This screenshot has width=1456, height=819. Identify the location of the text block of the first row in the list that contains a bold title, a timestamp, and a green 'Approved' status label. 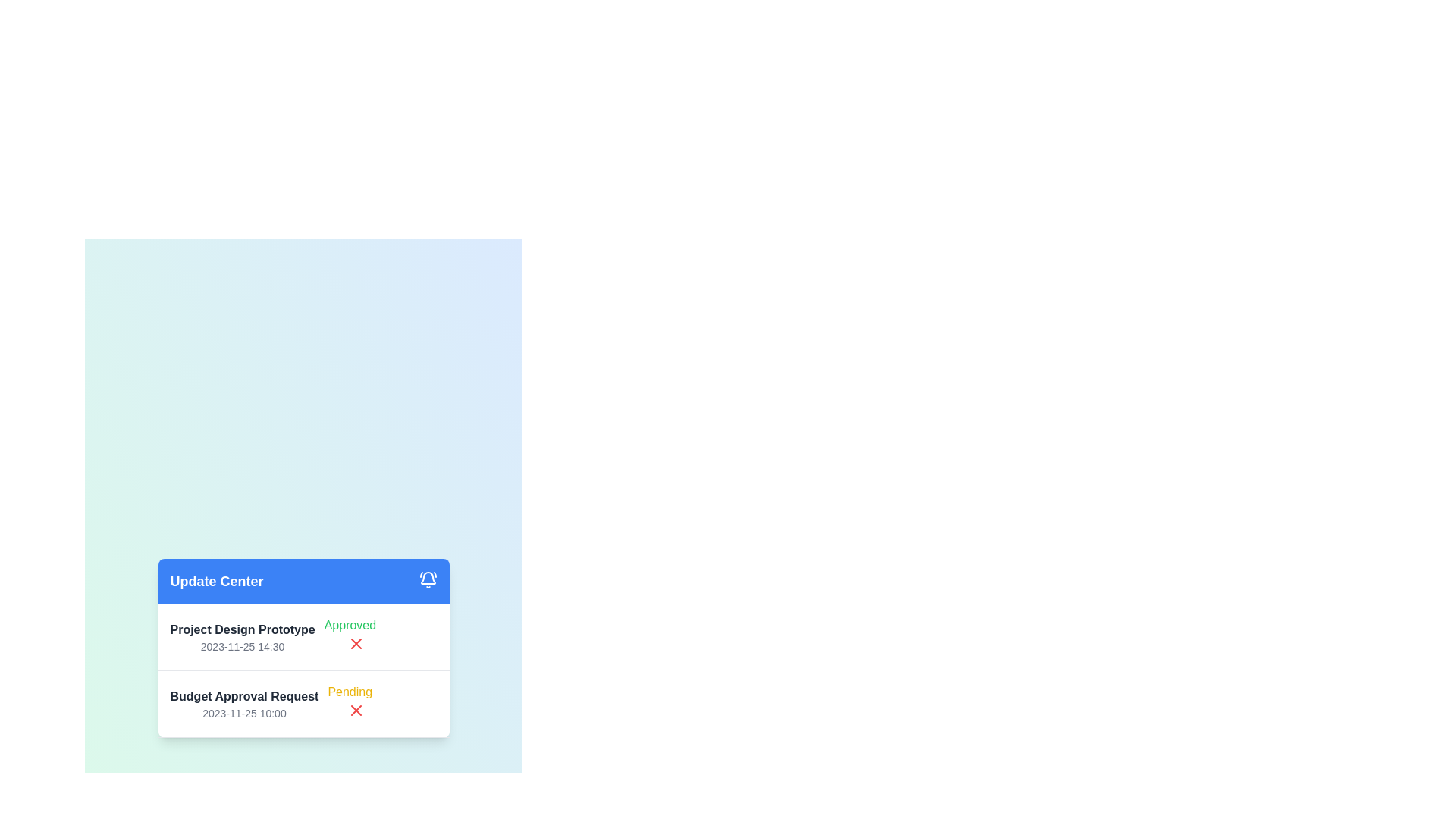
(303, 637).